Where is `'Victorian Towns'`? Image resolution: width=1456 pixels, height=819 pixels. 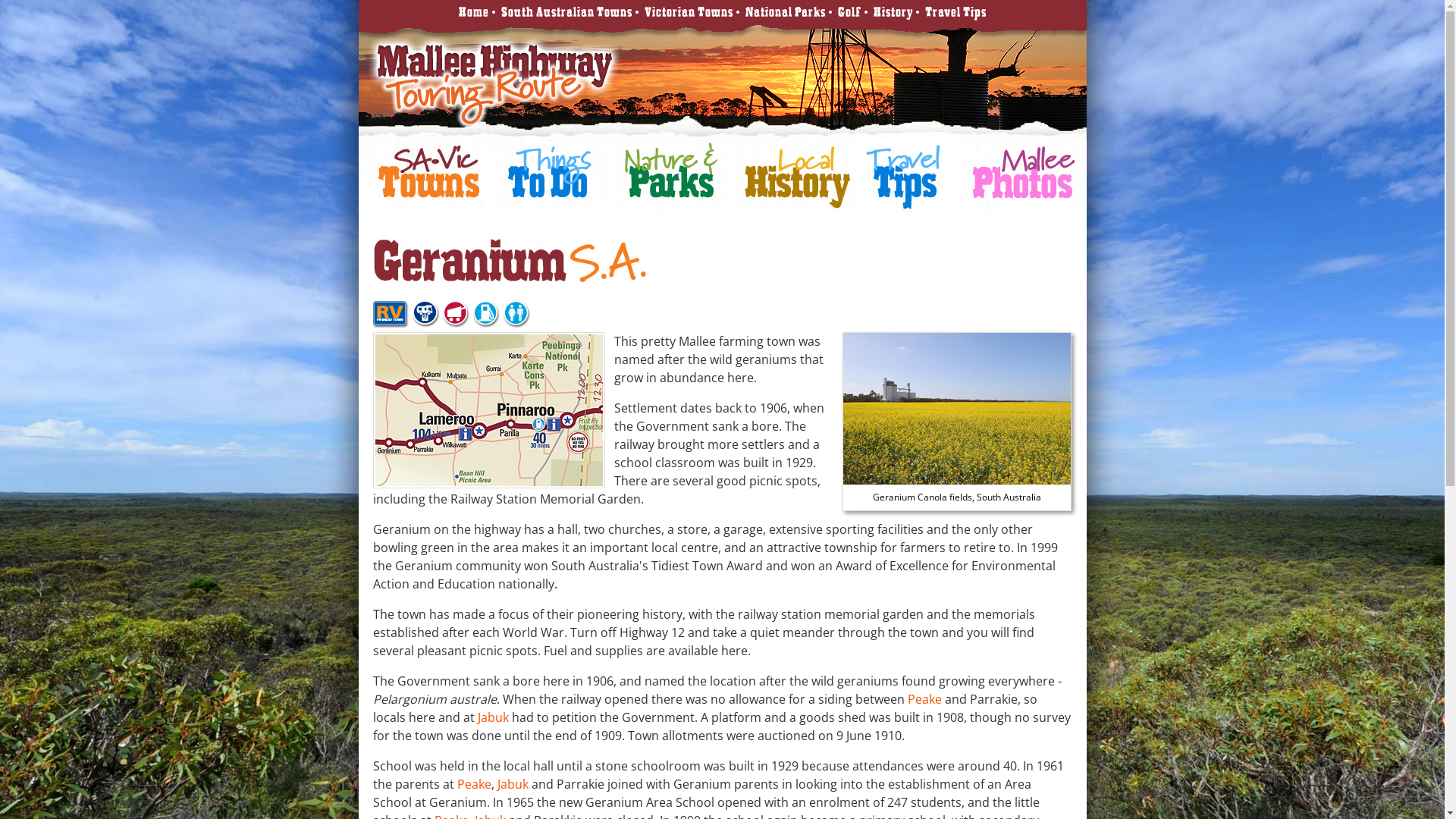
'Victorian Towns' is located at coordinates (688, 11).